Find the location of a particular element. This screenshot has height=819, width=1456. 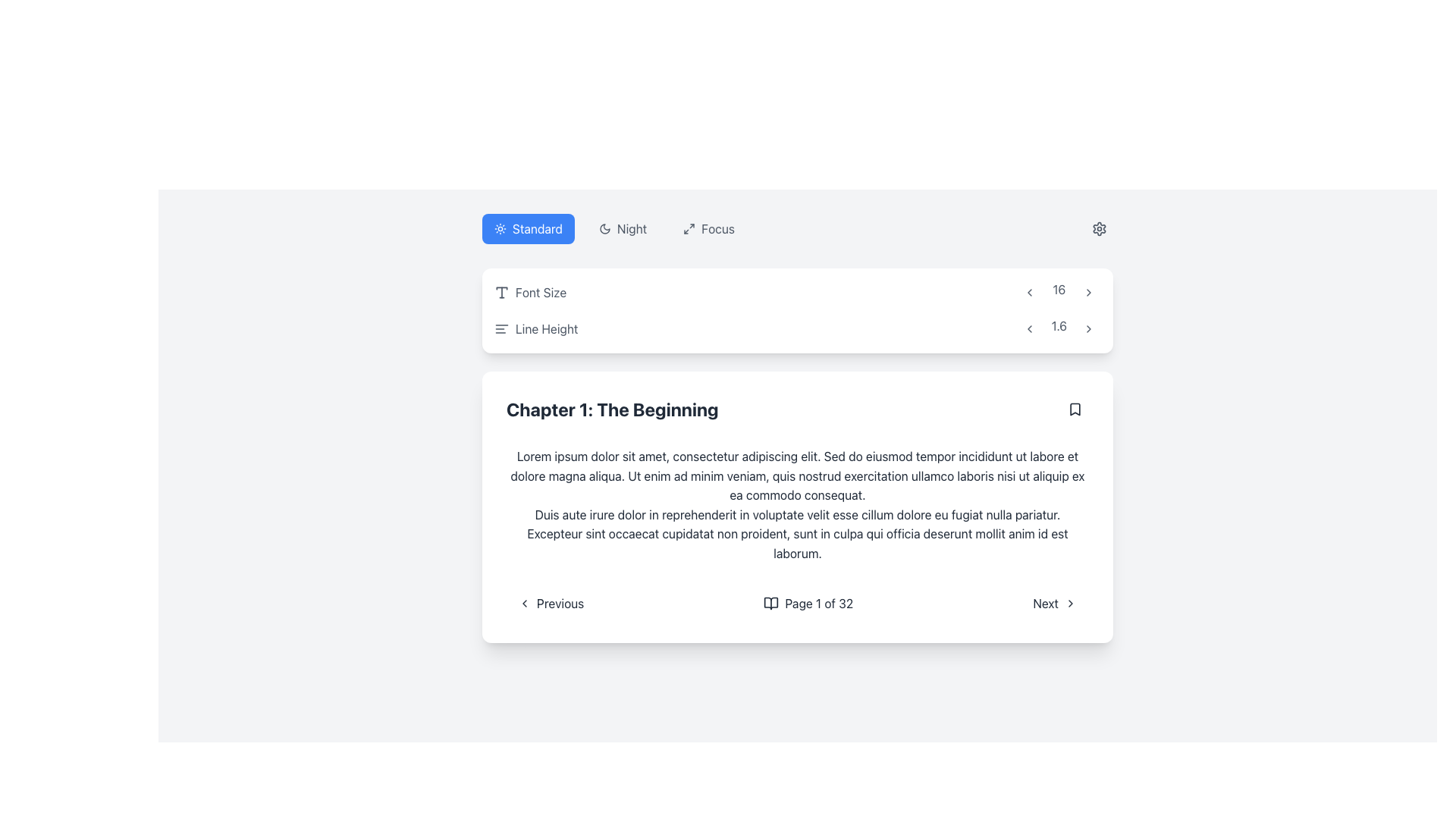

the compact button-like icon featuring an arrow in an expansion shape, located to the left of the text 'Focus' in the upper-right section of the interface is located at coordinates (688, 228).